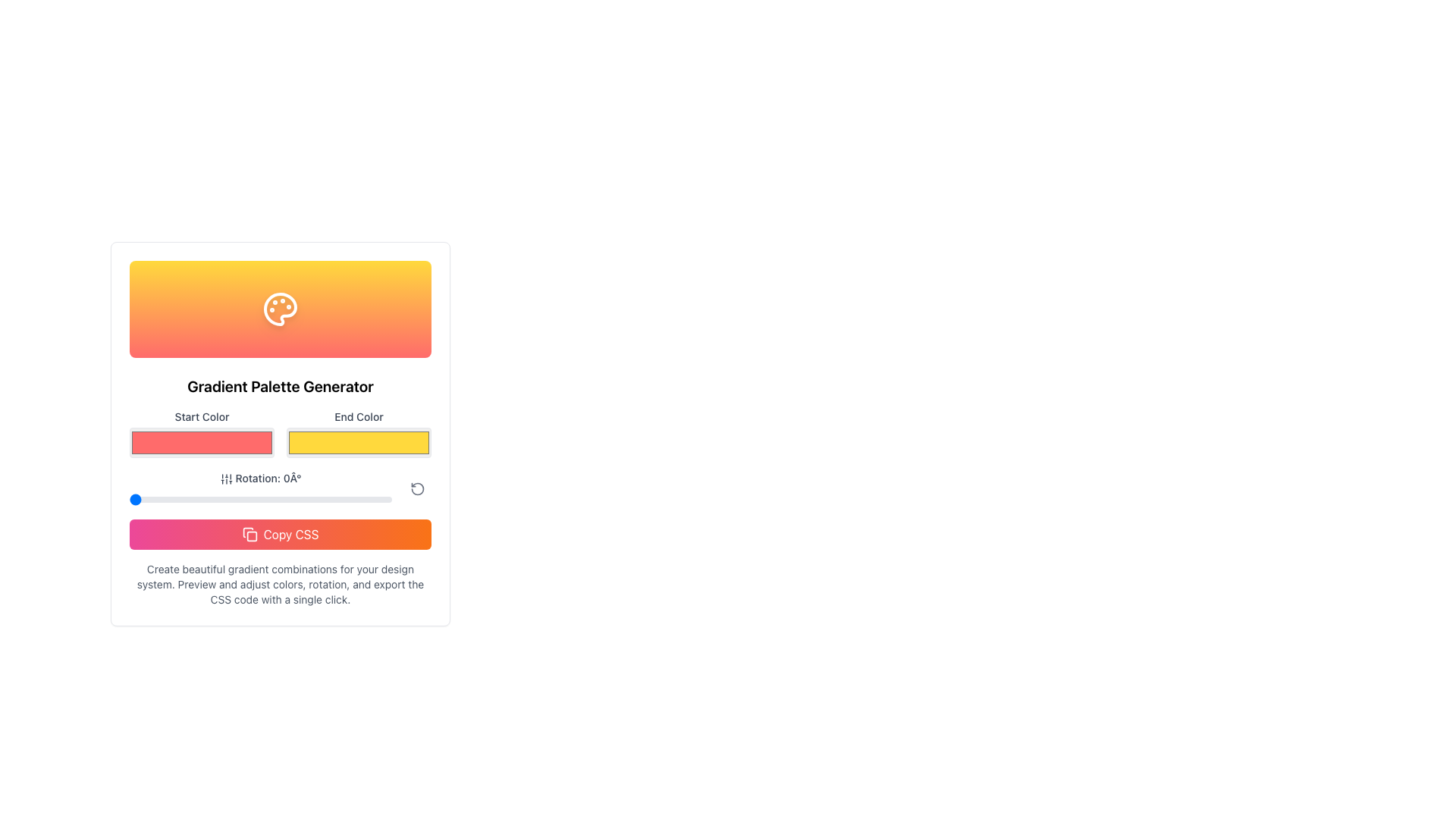 This screenshot has height=819, width=1456. What do you see at coordinates (280, 534) in the screenshot?
I see `the 'Copy CSS' button with a gradient background transitioning from pink to orange, located at the bottom of the card-like UI structure, to copy the CSS` at bounding box center [280, 534].